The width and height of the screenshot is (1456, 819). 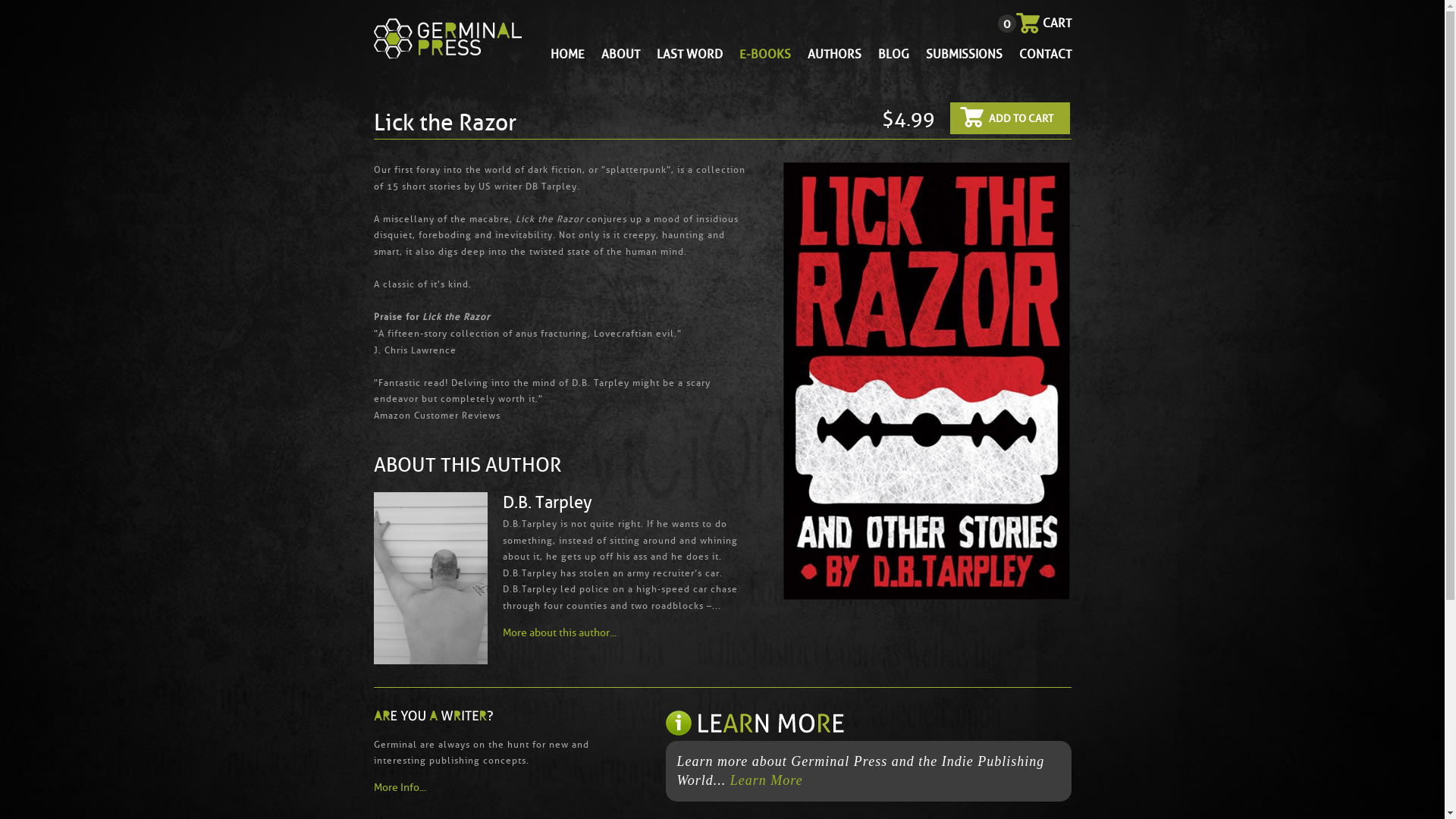 I want to click on 'ABOUT', so click(x=620, y=53).